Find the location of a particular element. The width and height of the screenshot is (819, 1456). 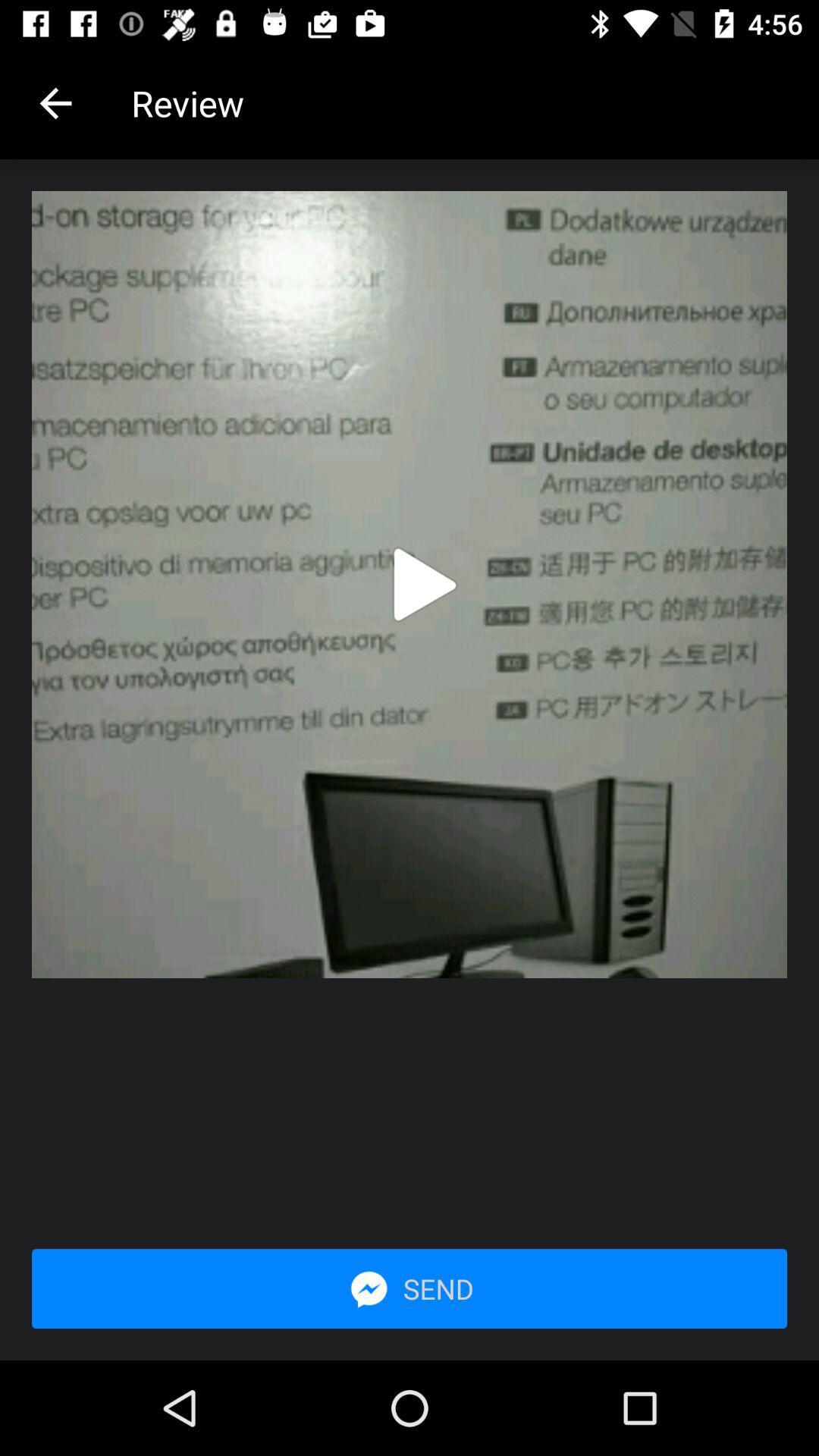

the item next to review app is located at coordinates (55, 102).